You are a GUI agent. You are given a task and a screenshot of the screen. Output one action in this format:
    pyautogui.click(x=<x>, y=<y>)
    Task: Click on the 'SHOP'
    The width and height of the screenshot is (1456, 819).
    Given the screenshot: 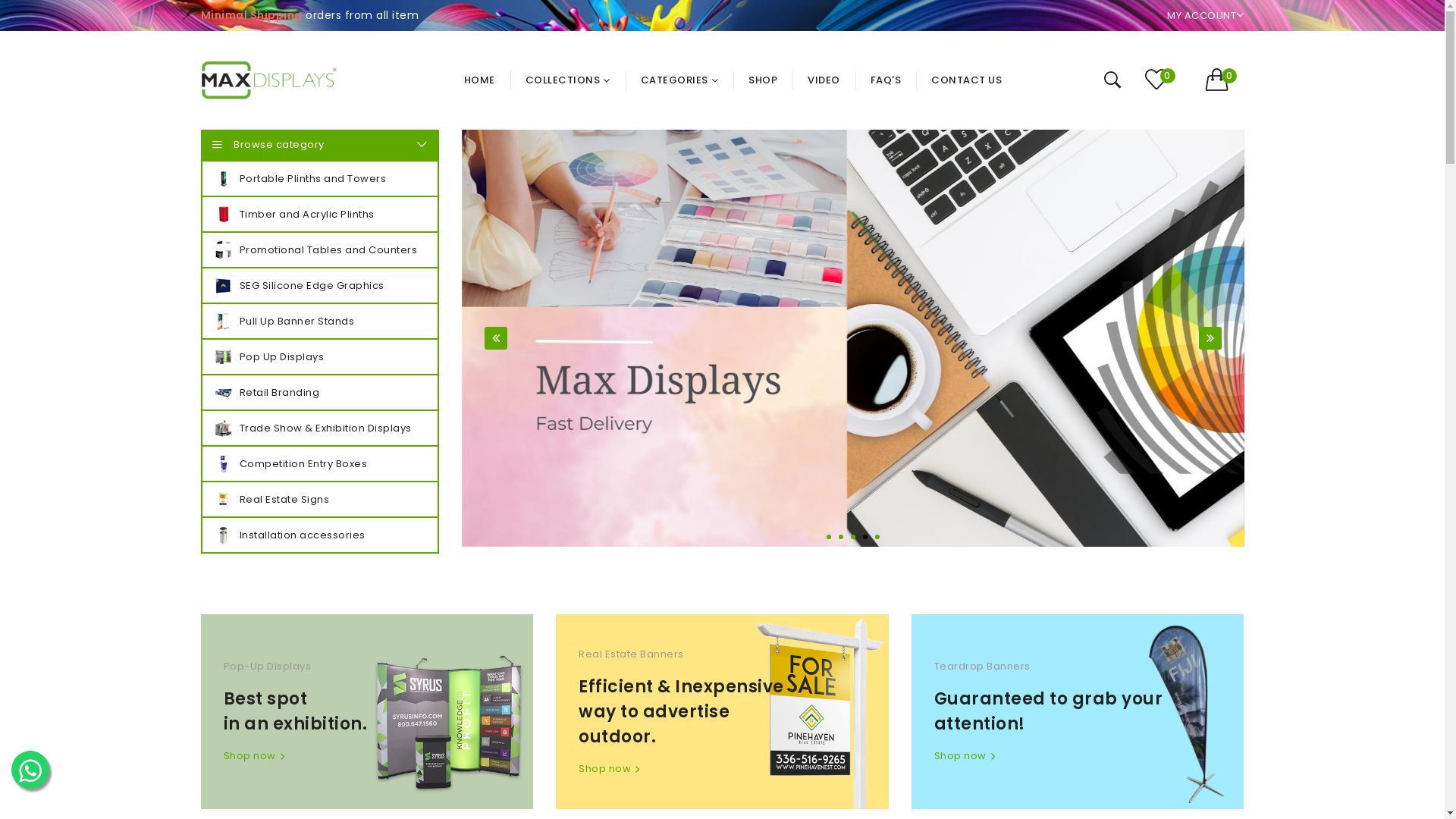 What is the action you would take?
    pyautogui.click(x=733, y=80)
    